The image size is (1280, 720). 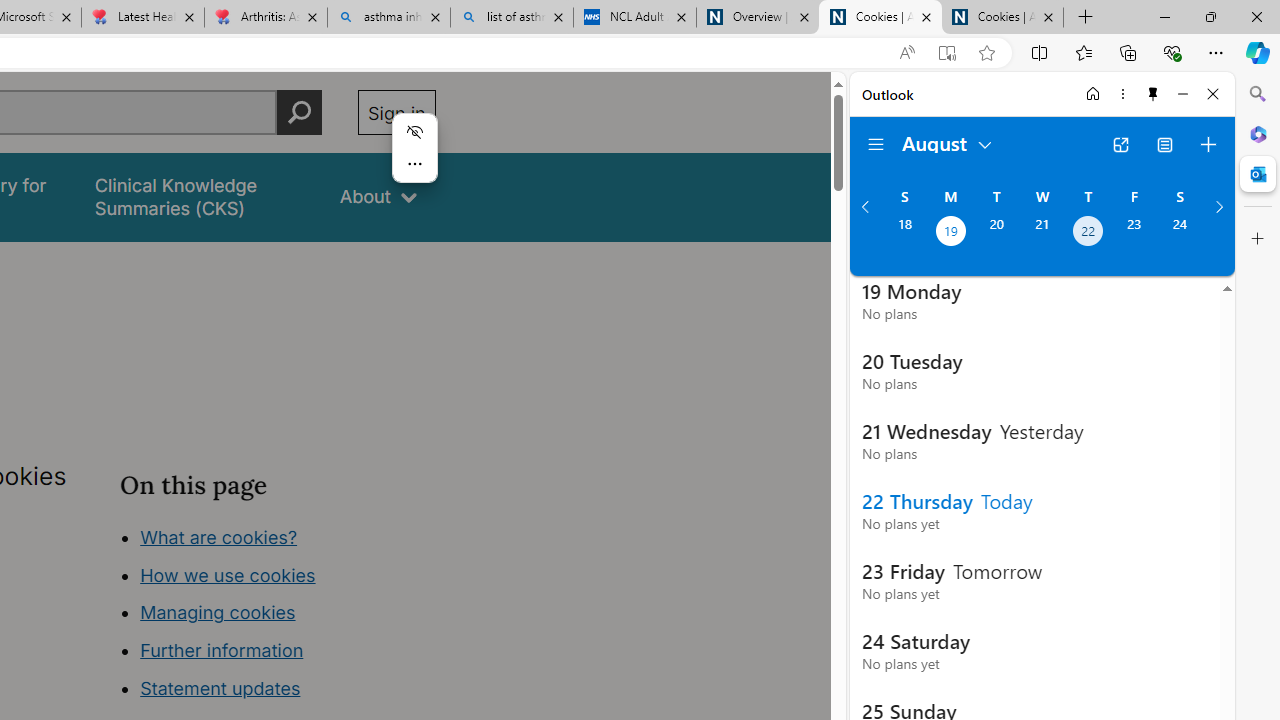 What do you see at coordinates (1041, 232) in the screenshot?
I see `'Wednesday, August 21, 2024. '` at bounding box center [1041, 232].